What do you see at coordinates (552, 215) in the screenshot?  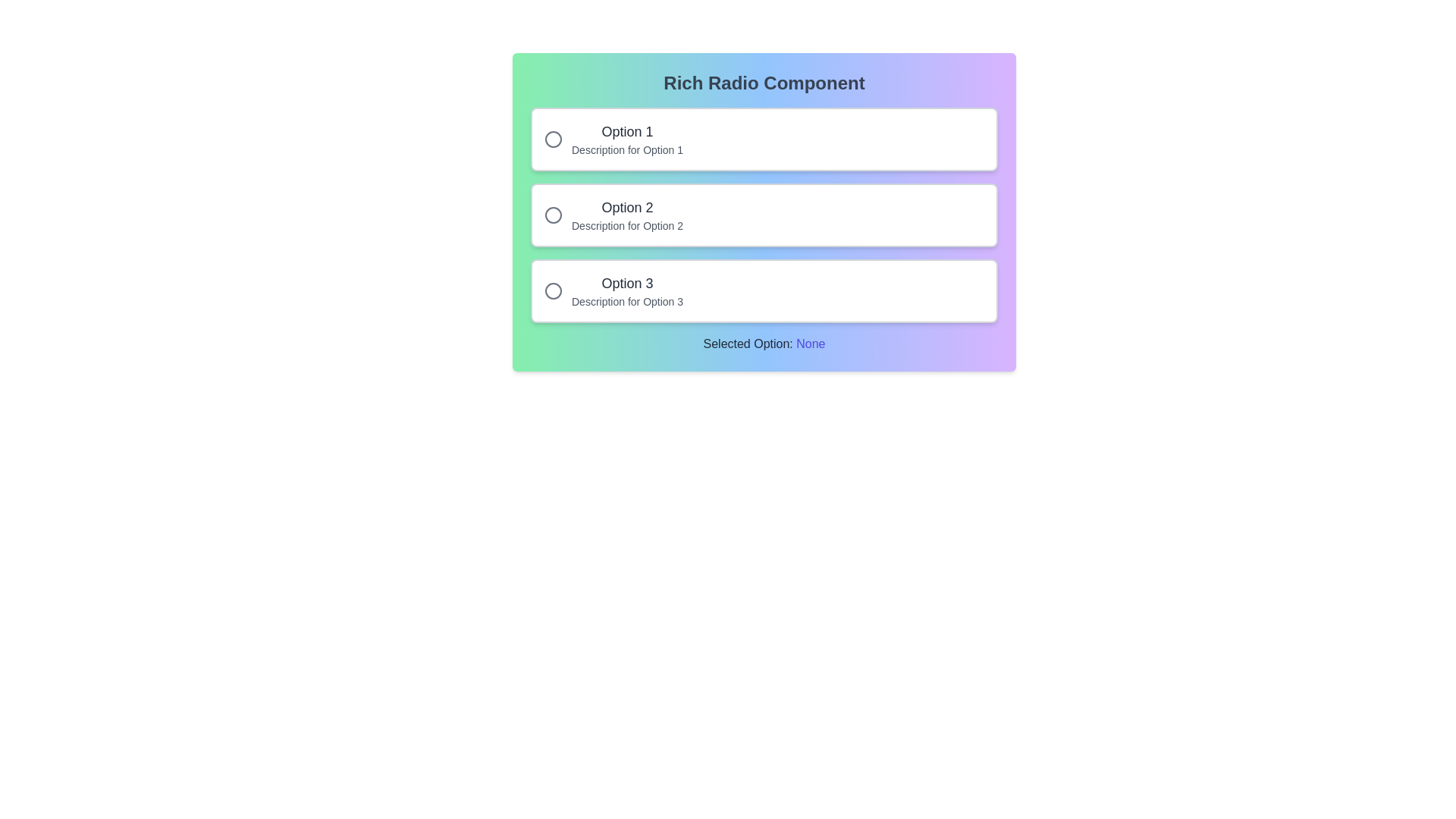 I see `the active selection mark represented by the SVG circle at the center of the second radio button in a vertical list of three options` at bounding box center [552, 215].